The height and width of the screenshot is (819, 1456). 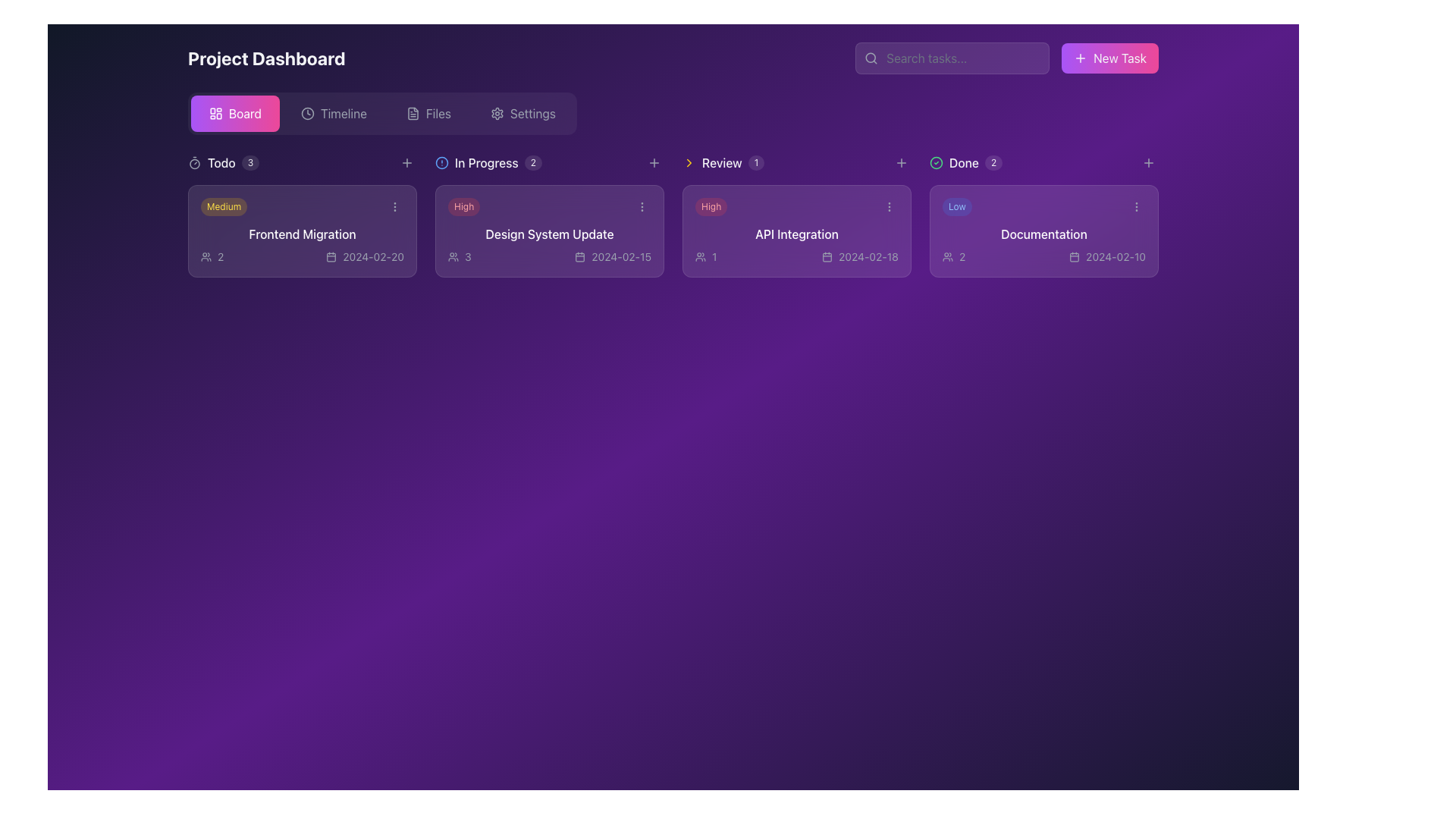 I want to click on the text label displaying the date '2024-02-18' which is located at the bottom-right of the 'API Integration' card in the 'Review' section of the project dashboard, so click(x=868, y=256).